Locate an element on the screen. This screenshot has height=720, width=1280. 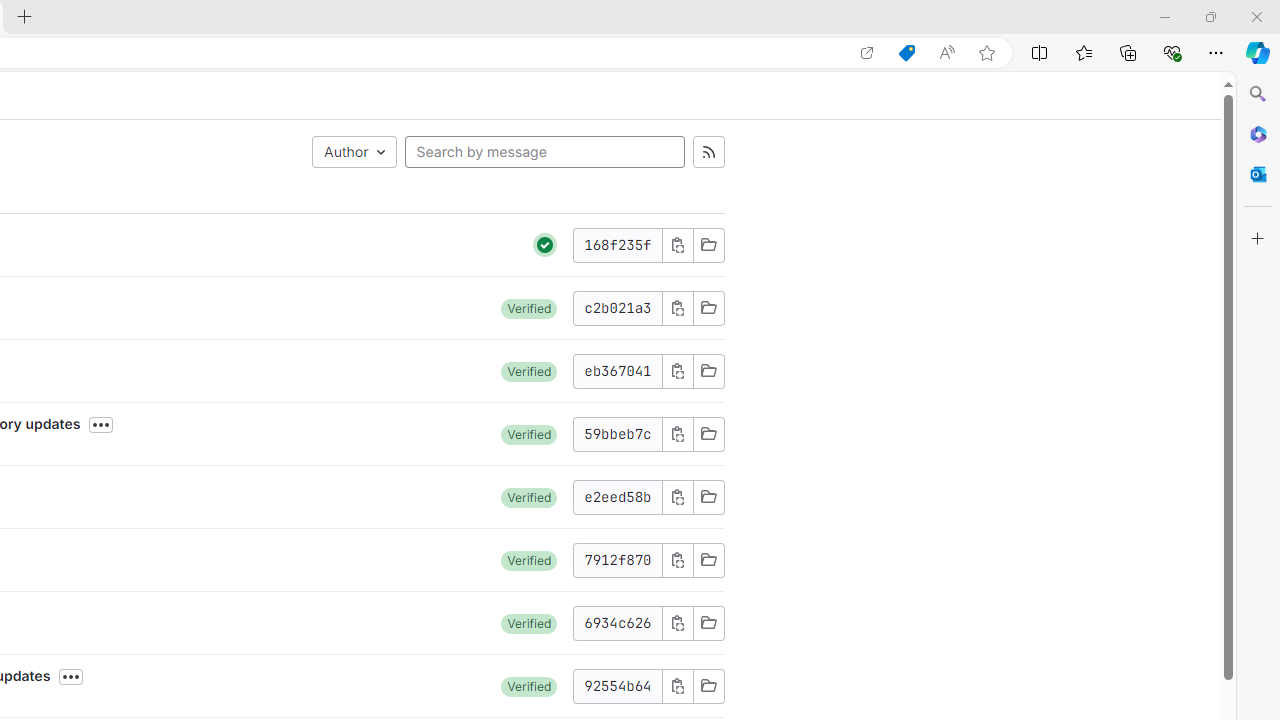
'Customize' is located at coordinates (1257, 238).